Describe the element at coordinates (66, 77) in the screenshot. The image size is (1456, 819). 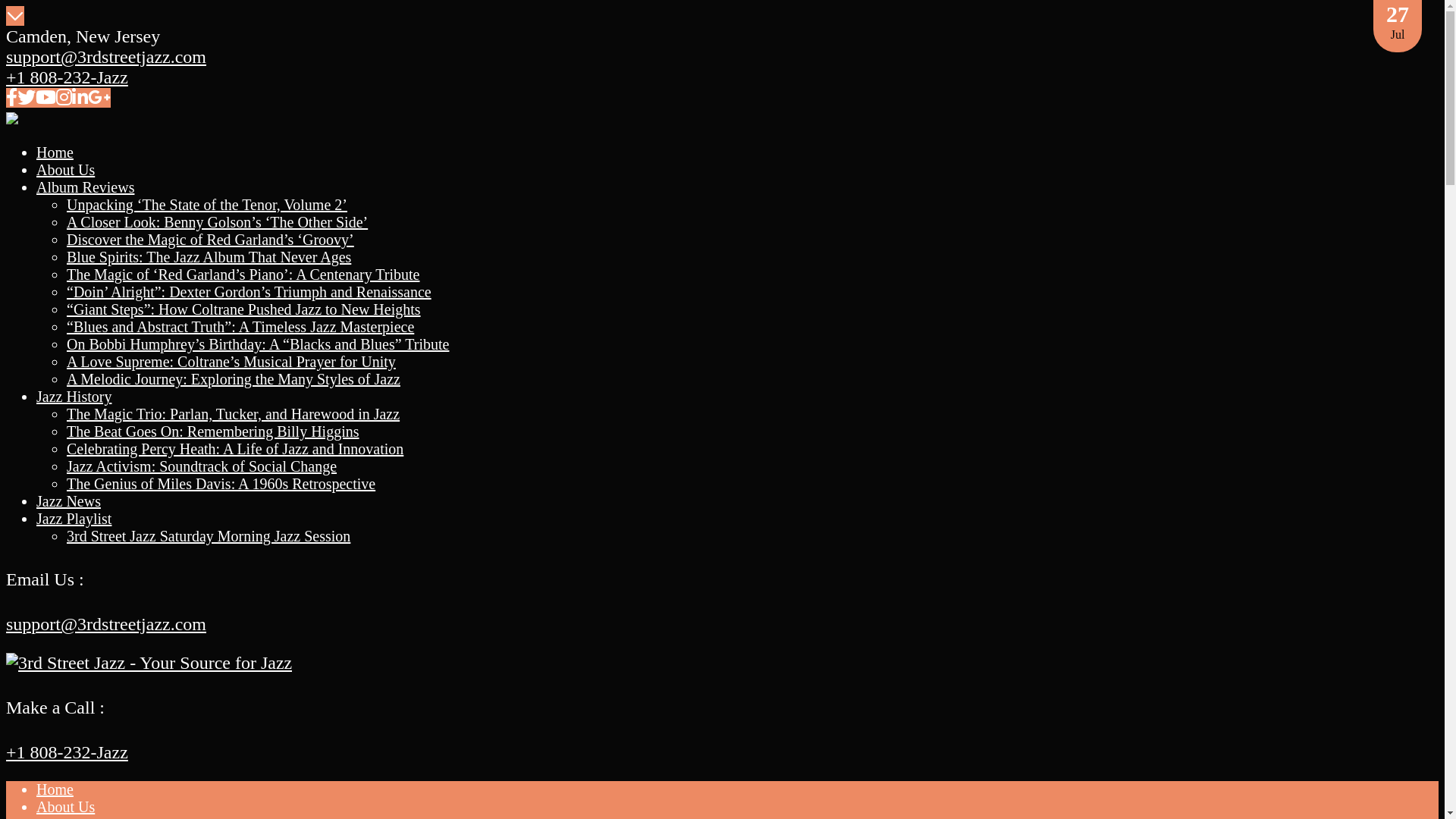
I see `'+1 808-232-Jazz'` at that location.